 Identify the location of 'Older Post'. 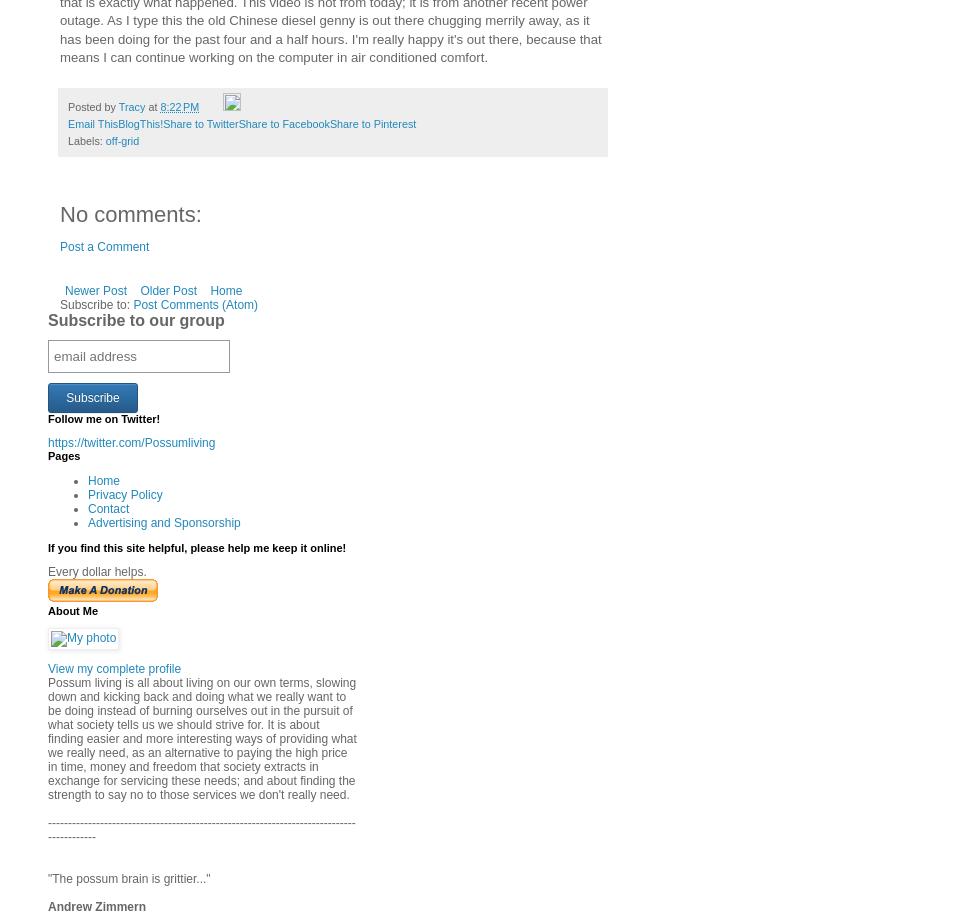
(168, 289).